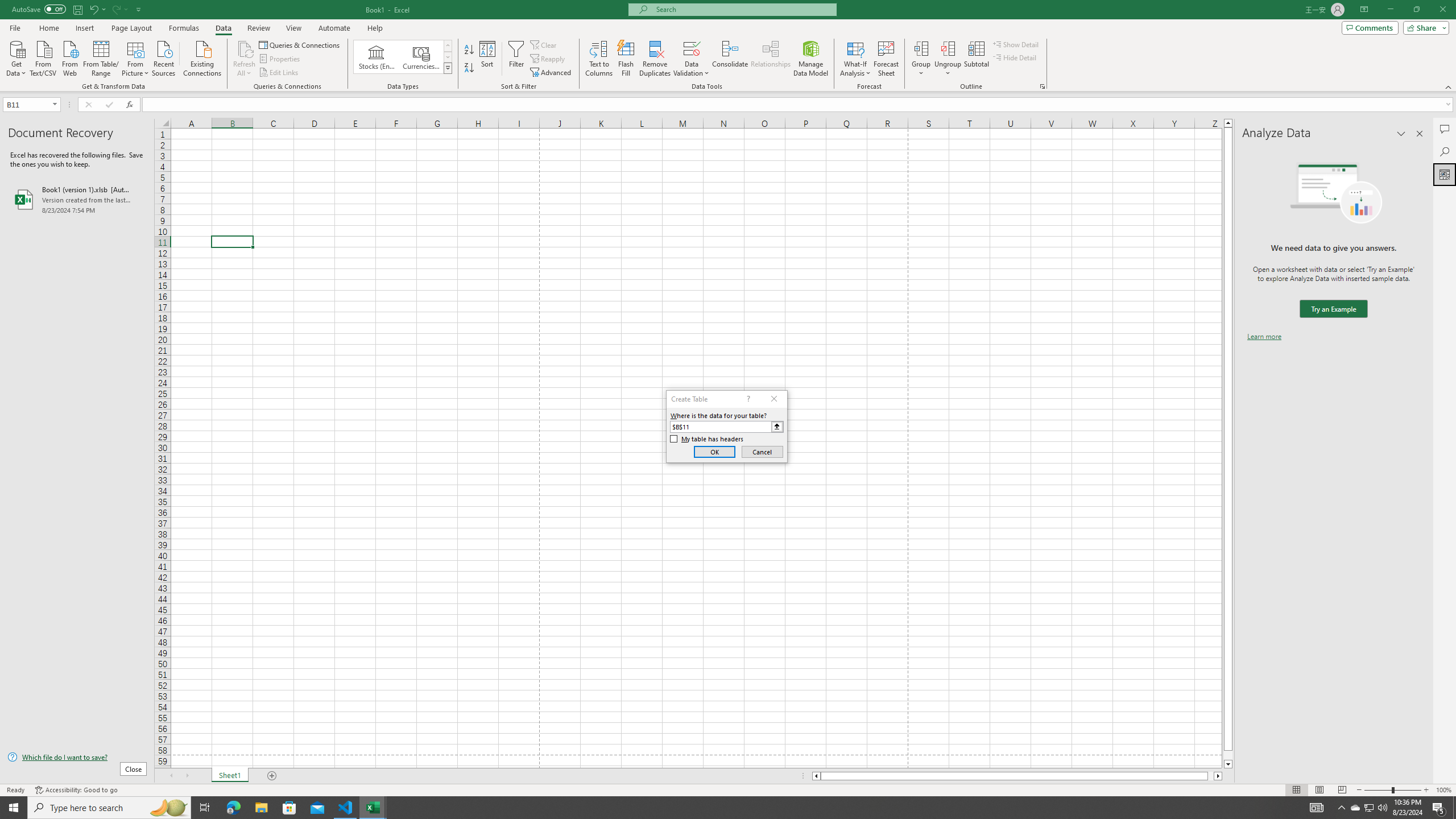 Image resolution: width=1456 pixels, height=819 pixels. Describe the element at coordinates (1041, 85) in the screenshot. I see `'Group and Outline Settings'` at that location.